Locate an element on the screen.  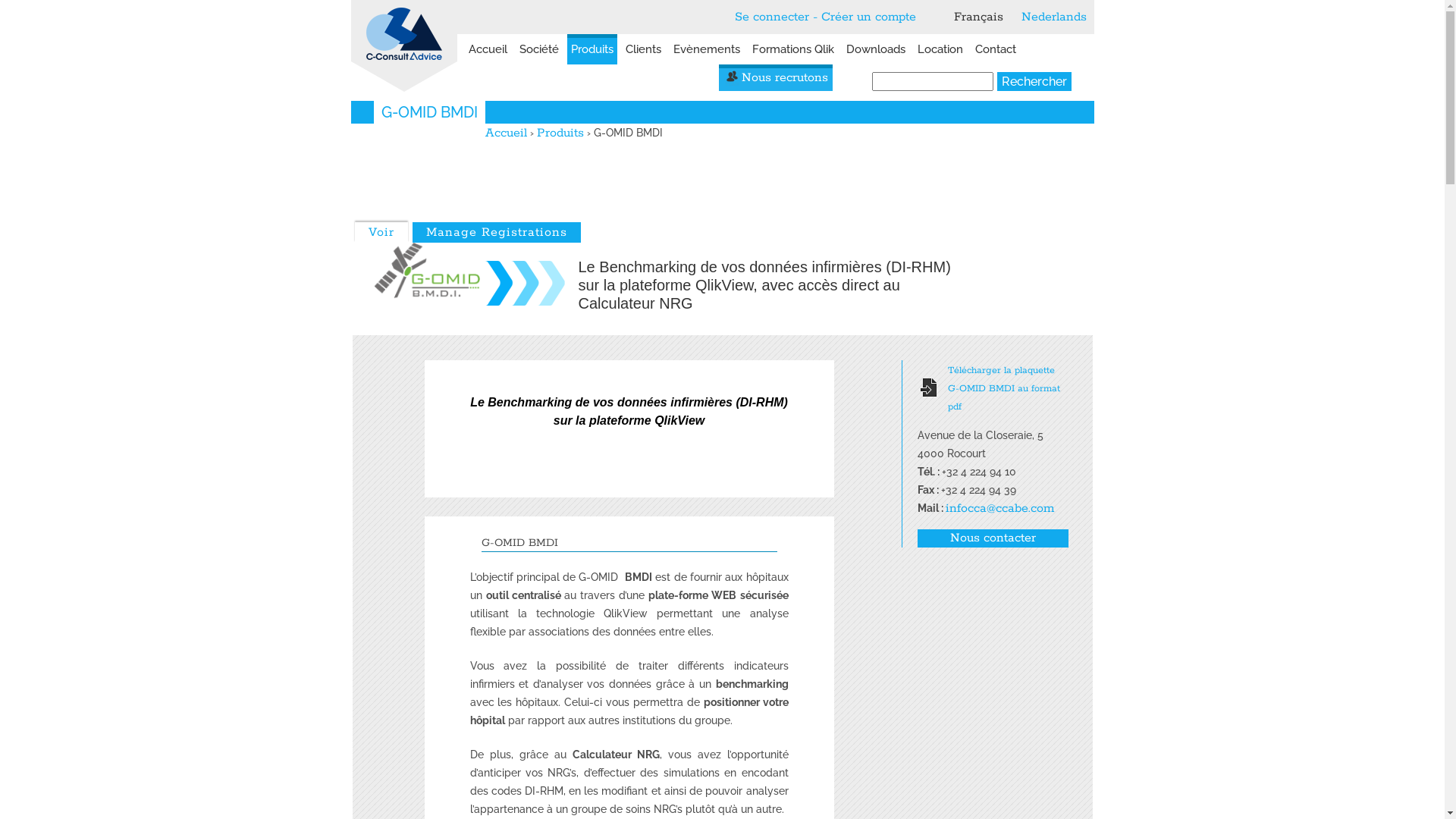
'Nederlands' is located at coordinates (1020, 17).